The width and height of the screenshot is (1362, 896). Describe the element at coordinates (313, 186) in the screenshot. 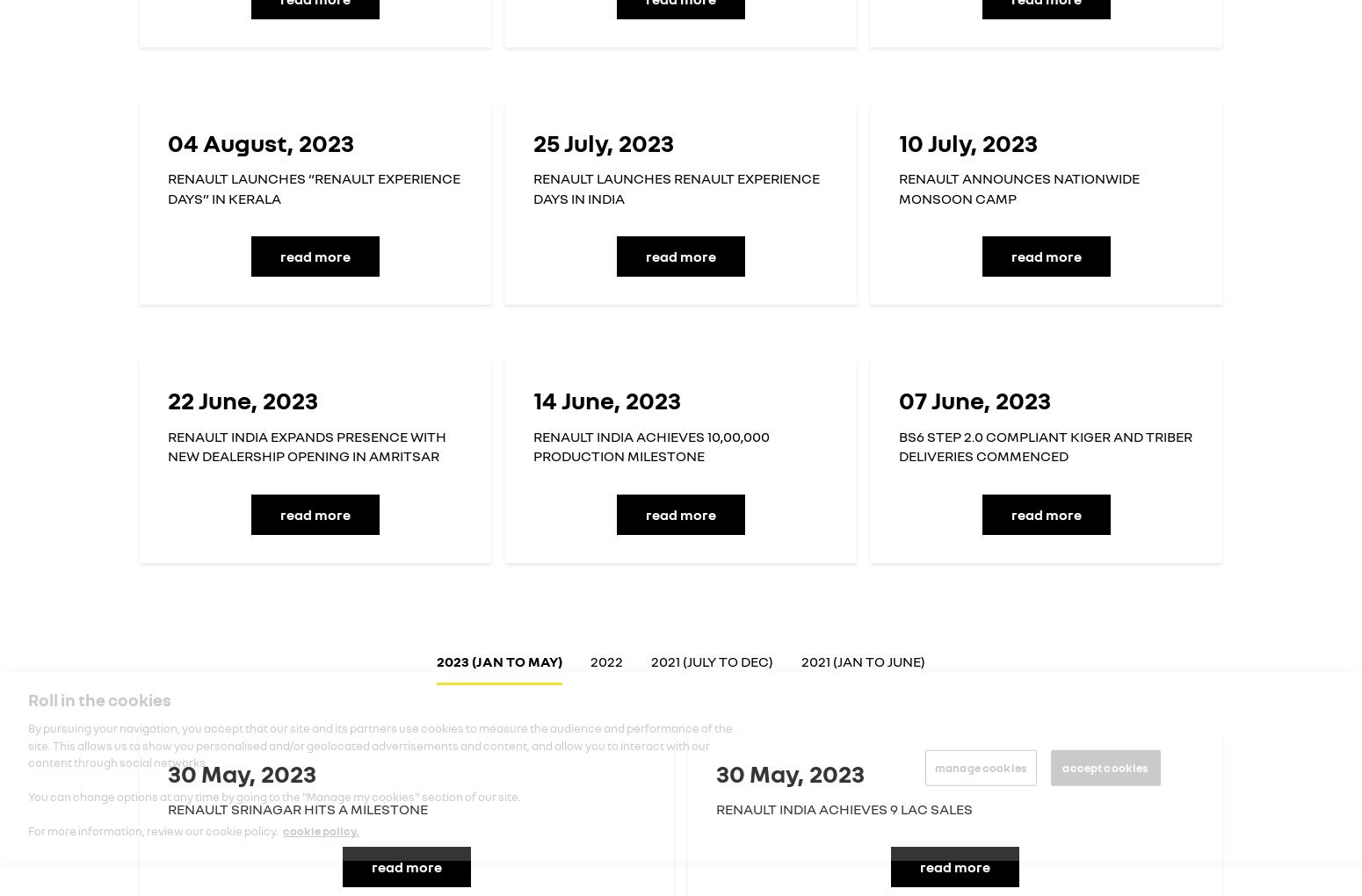

I see `'RENAULT LAUNCHES “RENAULT EXPERIENCE DAYS” IN KERALA'` at that location.